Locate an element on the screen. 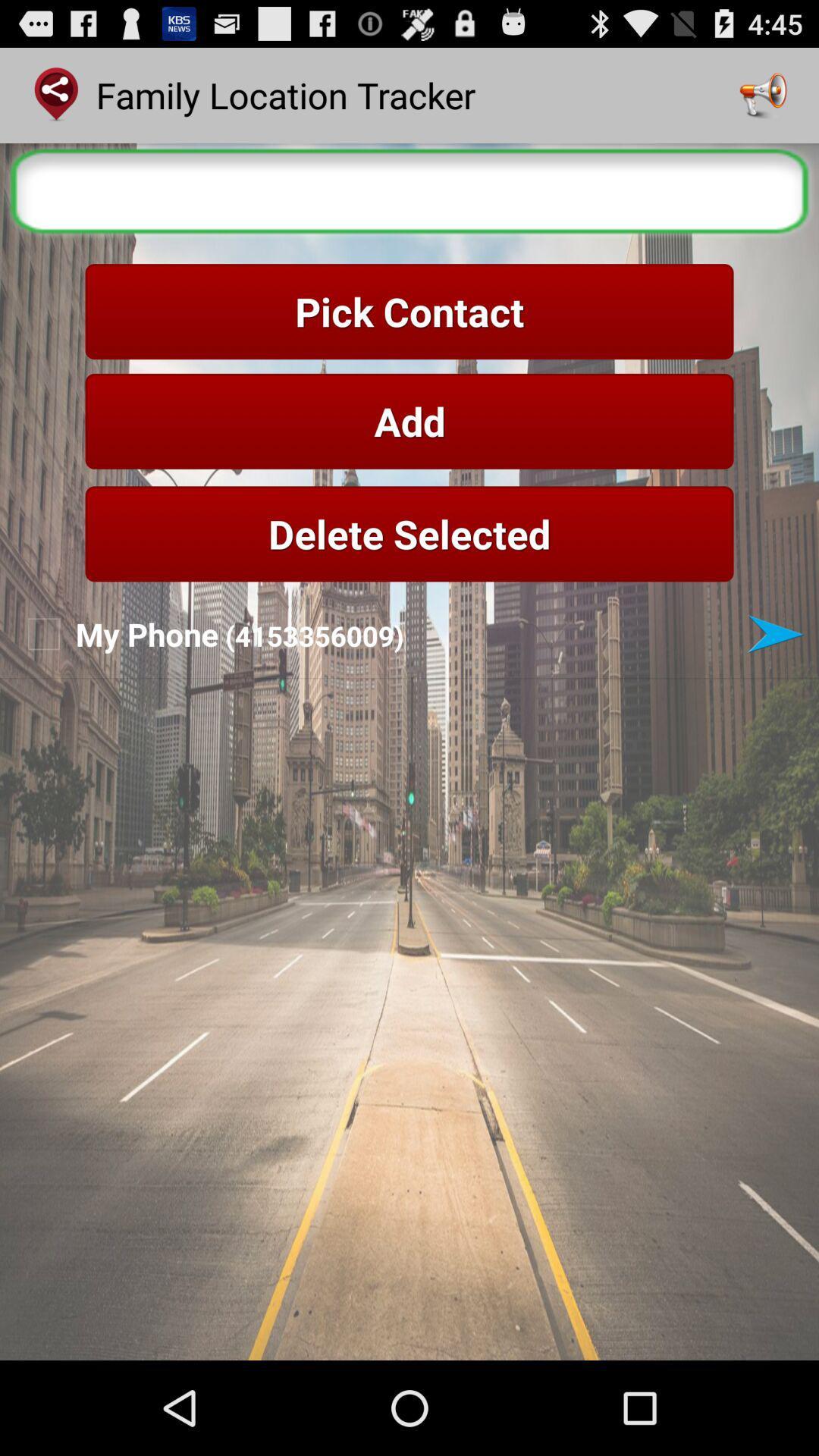 This screenshot has width=819, height=1456. next is located at coordinates (775, 634).